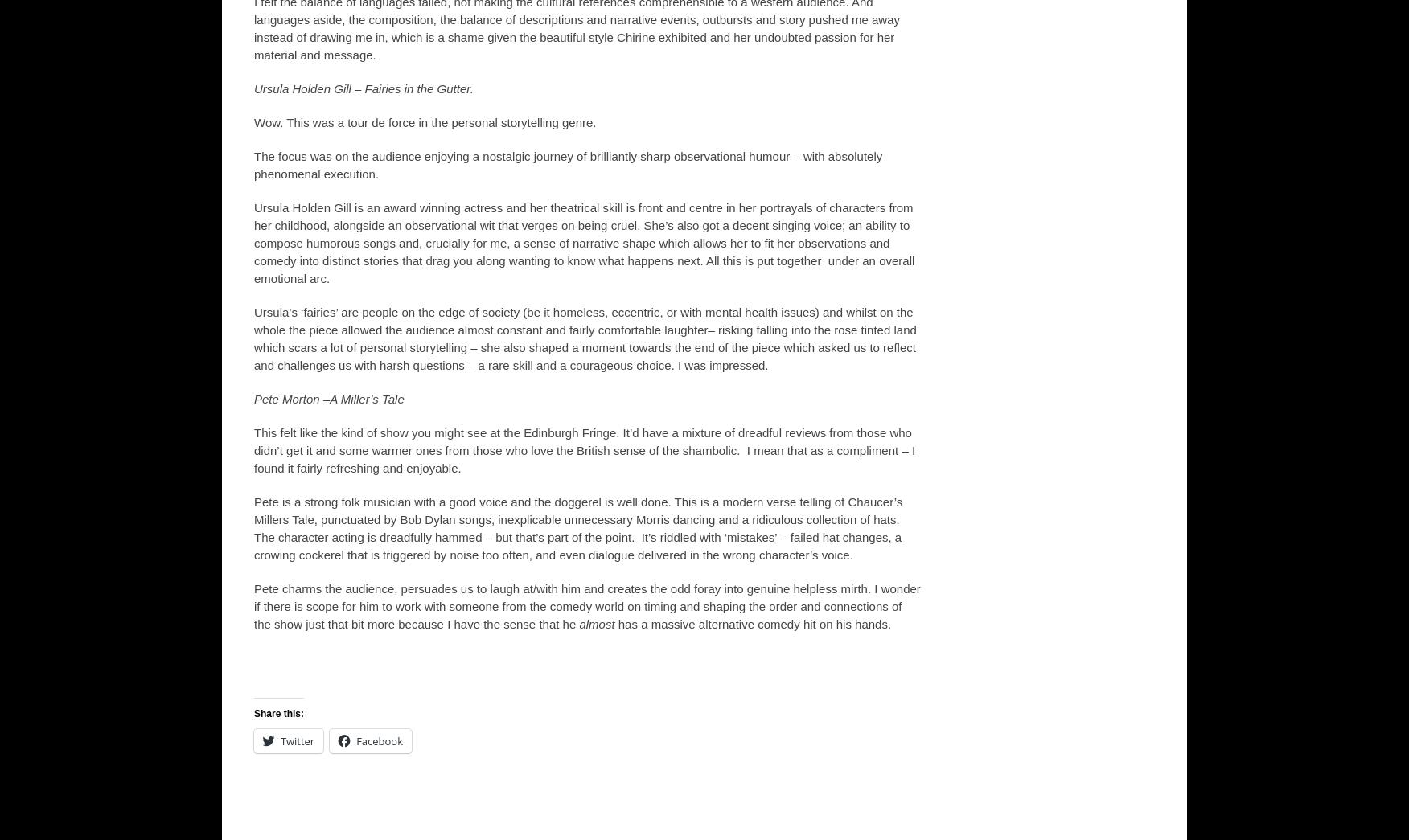 The height and width of the screenshot is (840, 1409). I want to click on 'has a massive alternative comedy hit on his hands.', so click(614, 624).